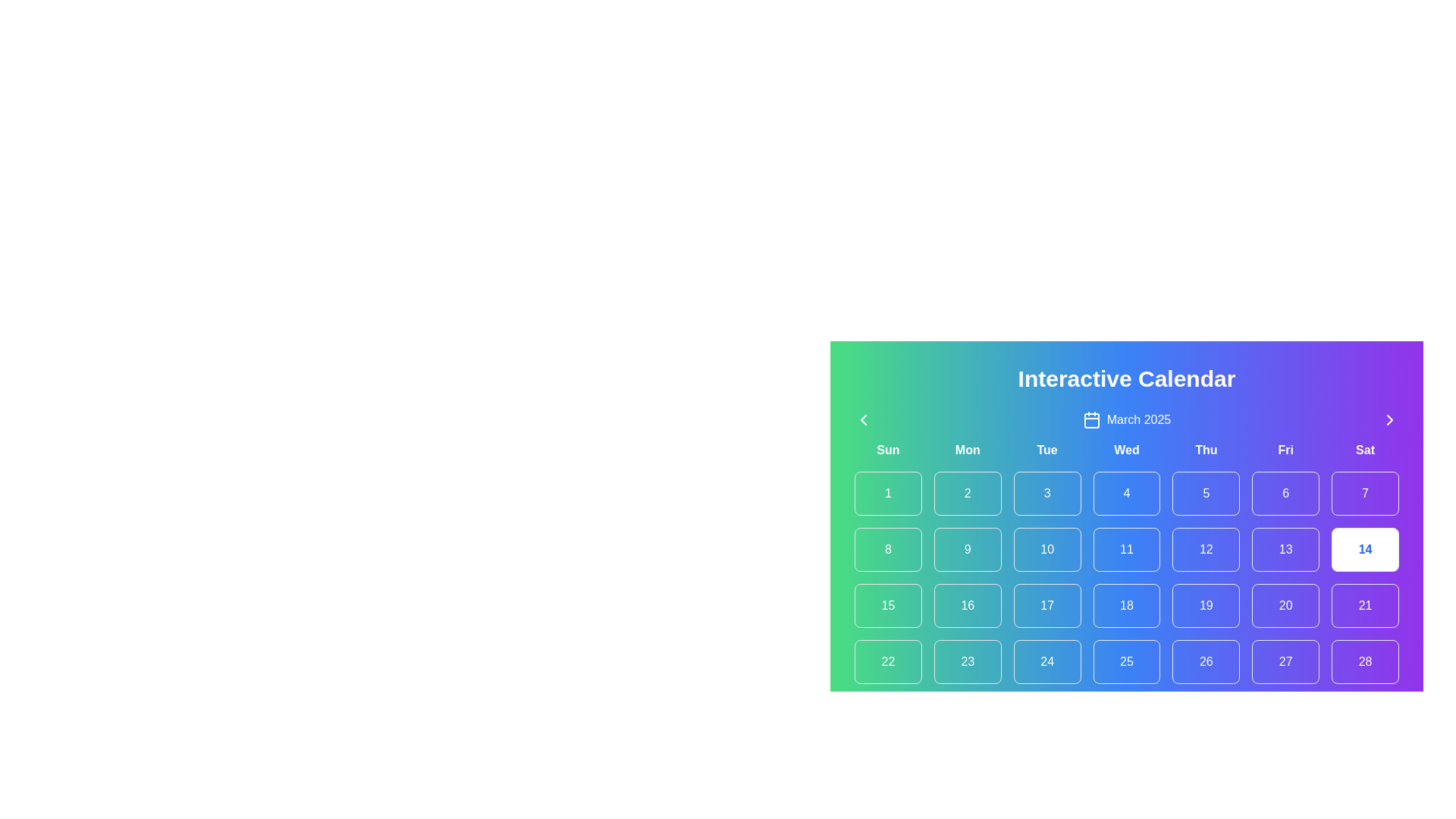 The width and height of the screenshot is (1456, 819). What do you see at coordinates (888, 604) in the screenshot?
I see `the green rounded rectangular button with the number '15' in white text` at bounding box center [888, 604].